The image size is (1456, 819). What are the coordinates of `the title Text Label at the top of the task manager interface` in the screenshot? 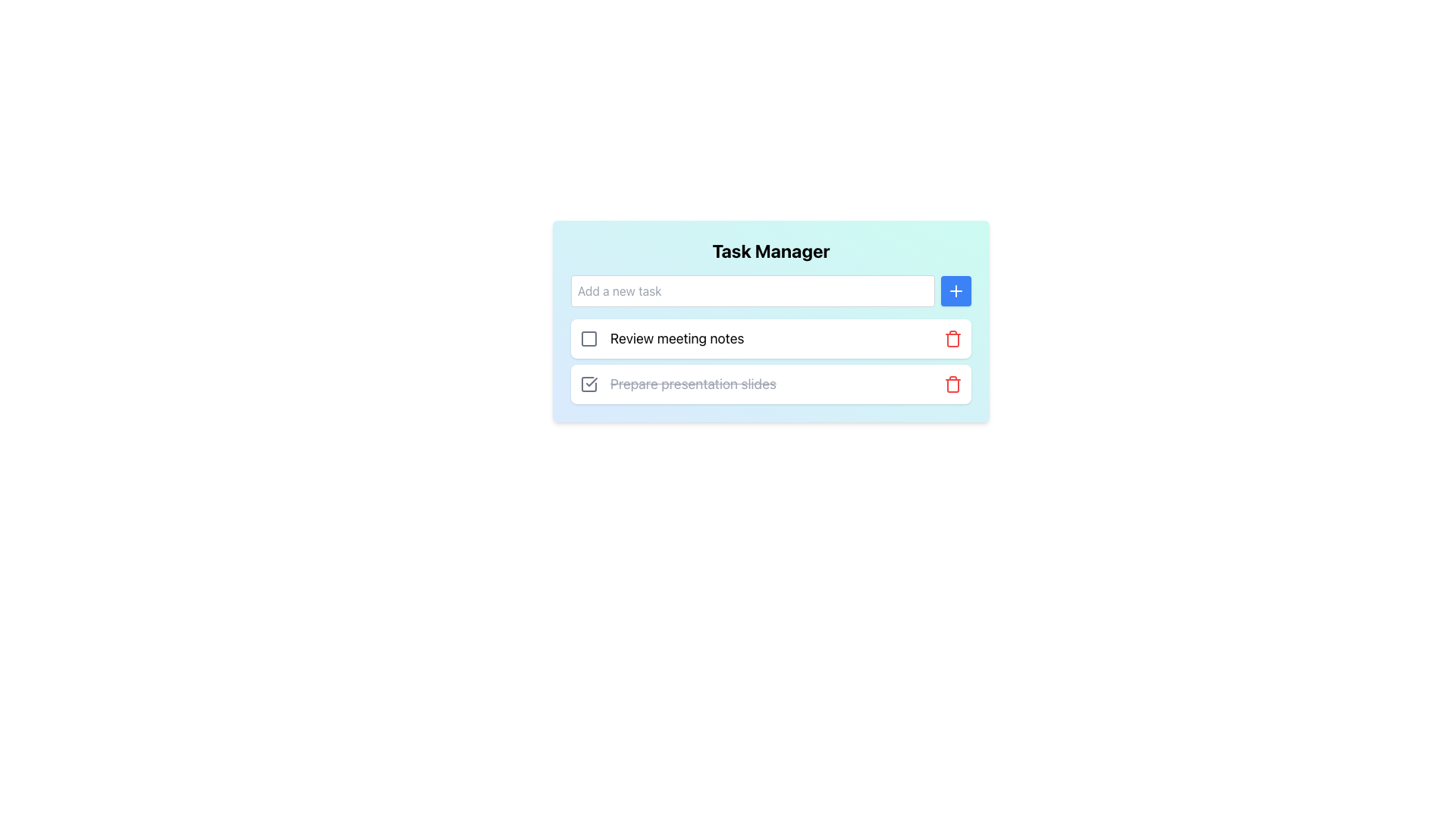 It's located at (771, 250).